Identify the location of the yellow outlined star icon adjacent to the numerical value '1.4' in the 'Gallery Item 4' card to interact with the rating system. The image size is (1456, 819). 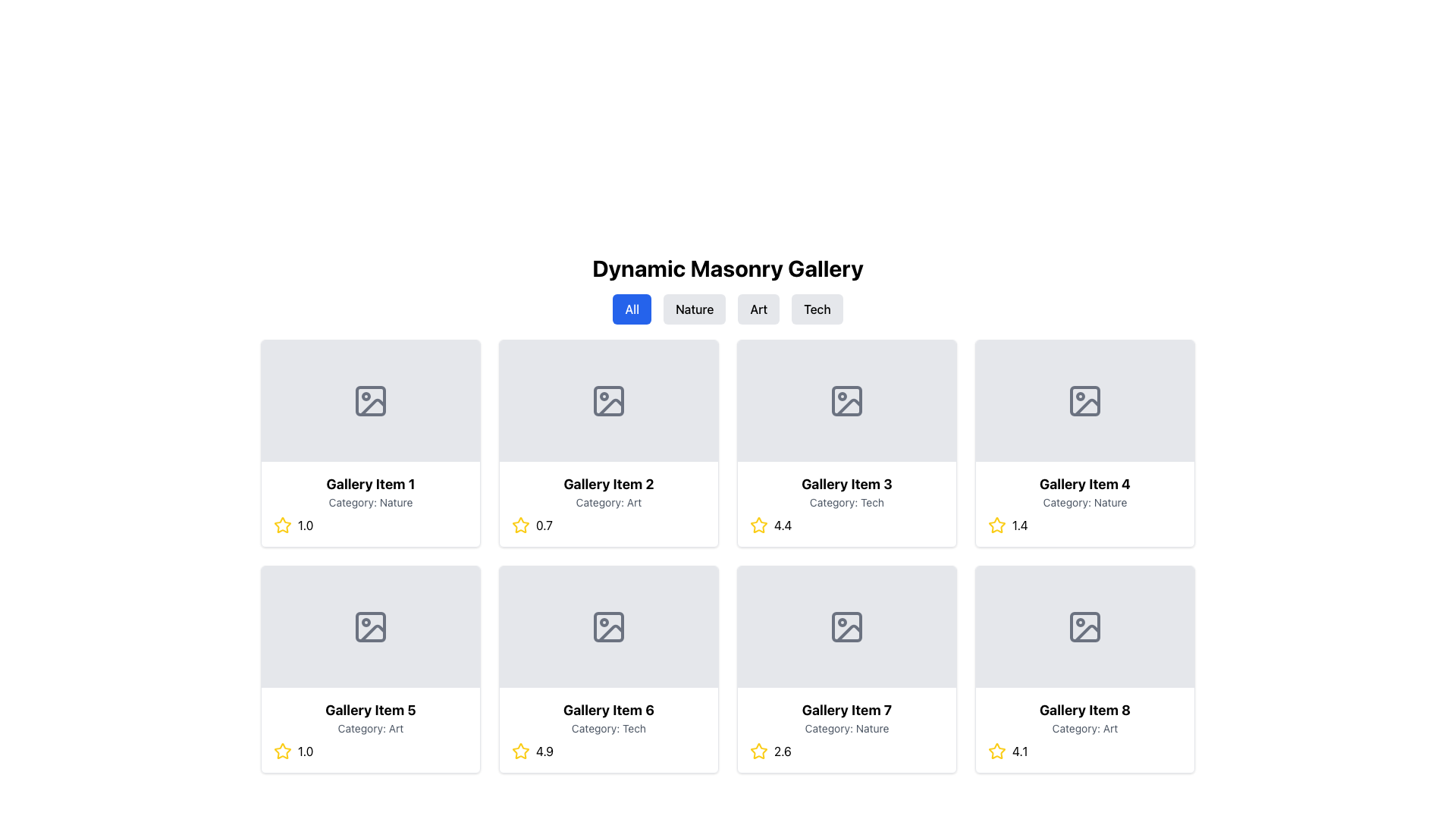
(997, 525).